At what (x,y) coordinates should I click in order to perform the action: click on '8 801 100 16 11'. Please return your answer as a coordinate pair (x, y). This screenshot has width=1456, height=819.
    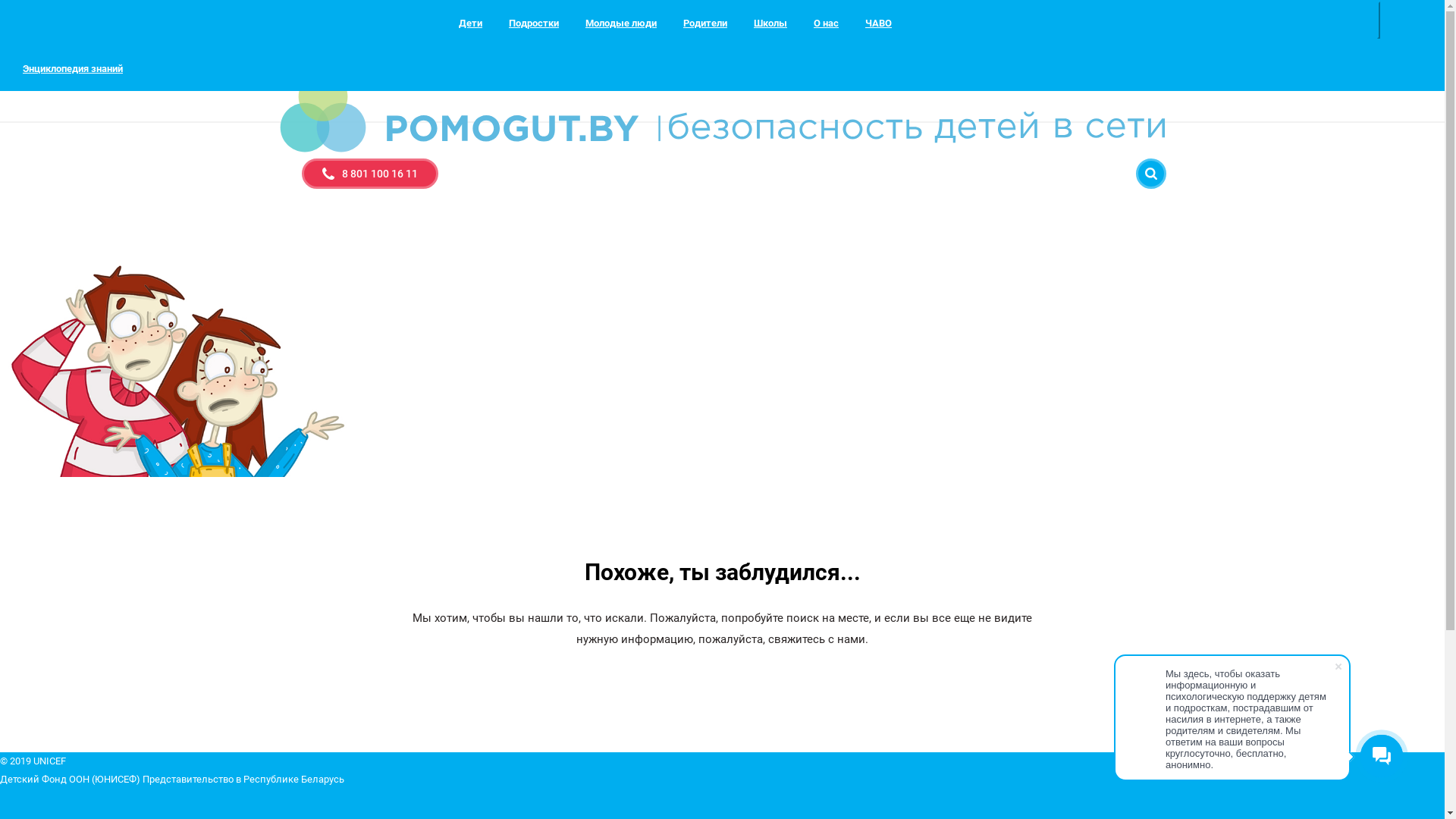
    Looking at the image, I should click on (370, 172).